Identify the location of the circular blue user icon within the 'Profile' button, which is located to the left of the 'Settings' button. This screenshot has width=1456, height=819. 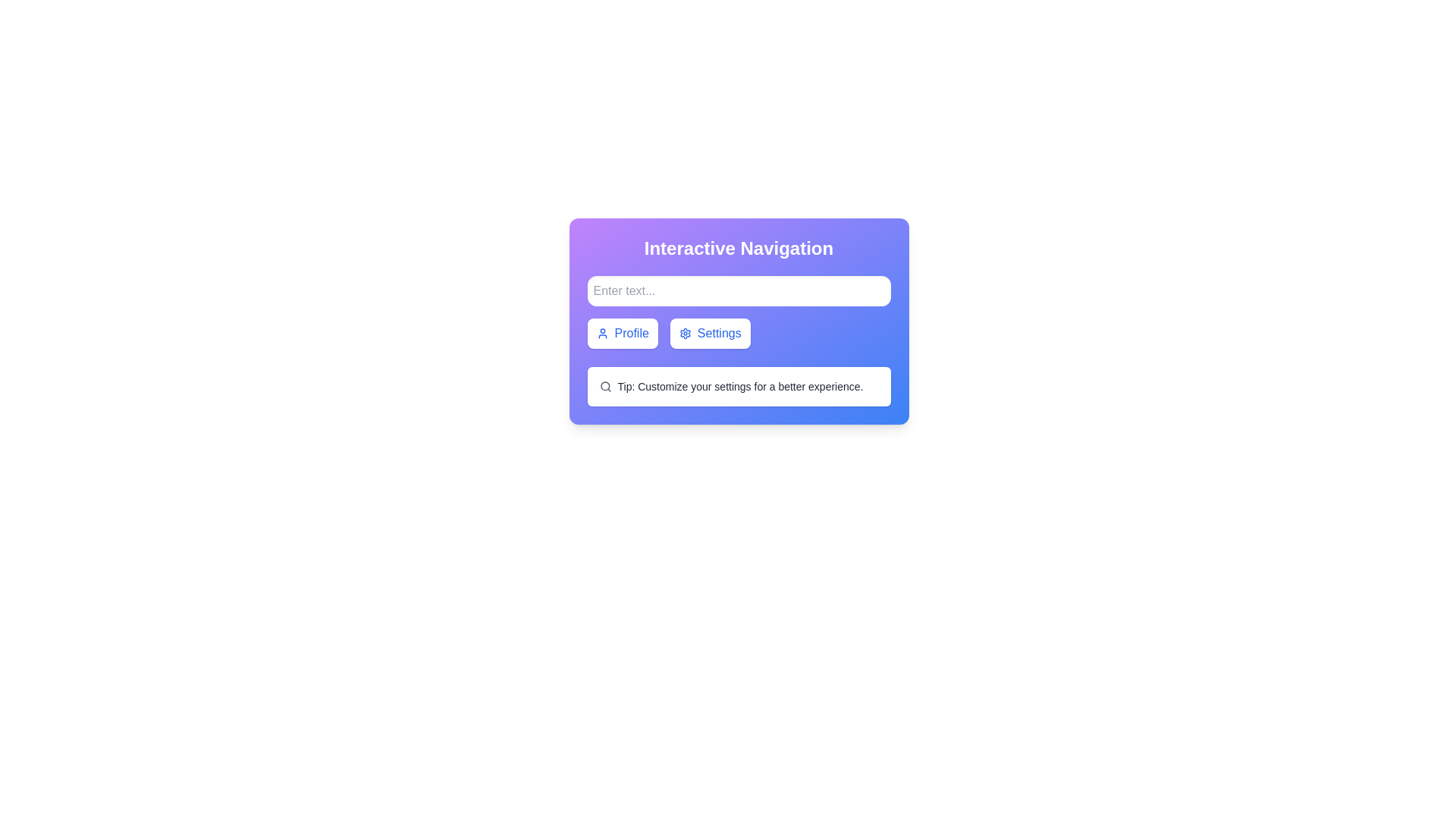
(601, 332).